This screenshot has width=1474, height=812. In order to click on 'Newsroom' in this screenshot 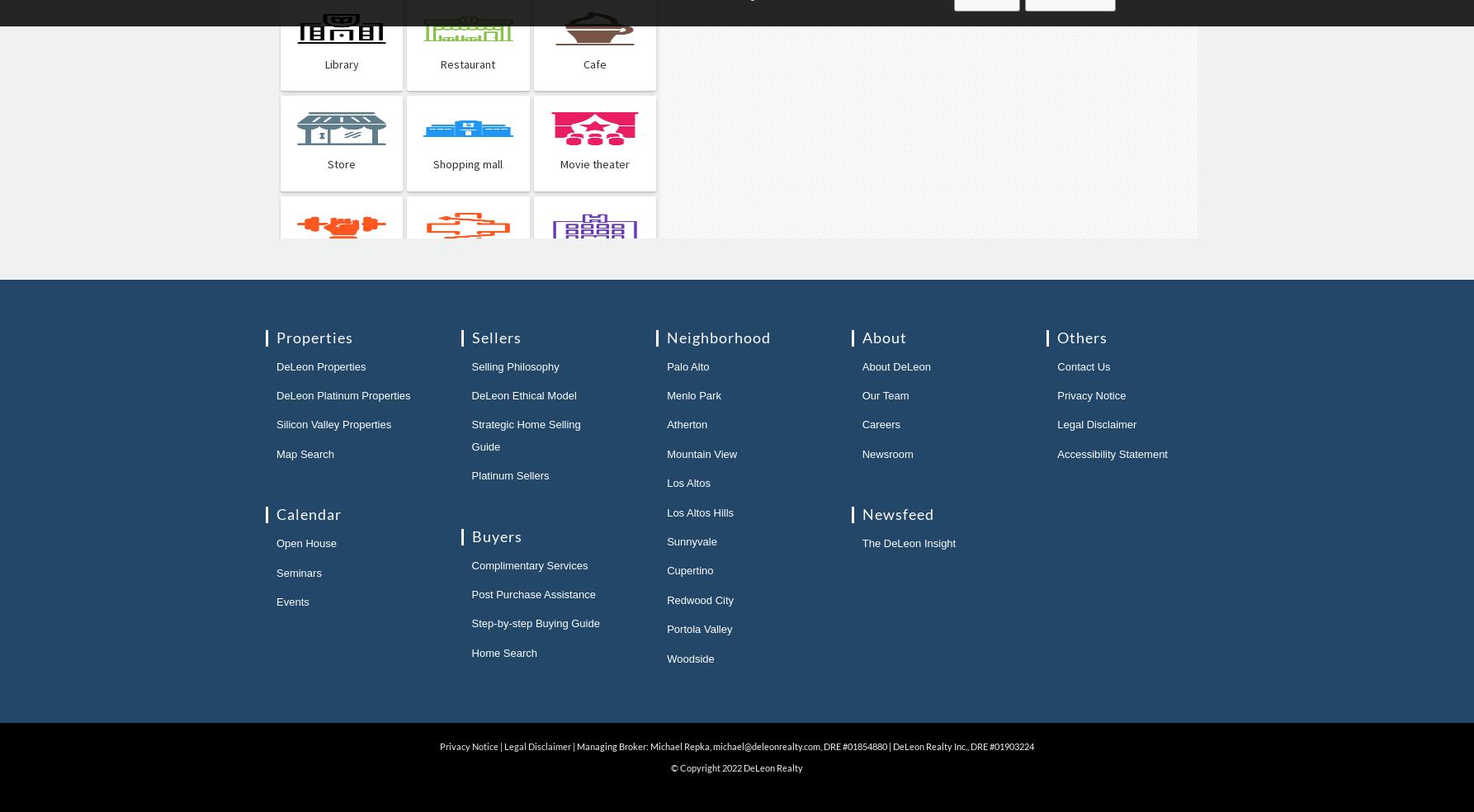, I will do `click(886, 452)`.